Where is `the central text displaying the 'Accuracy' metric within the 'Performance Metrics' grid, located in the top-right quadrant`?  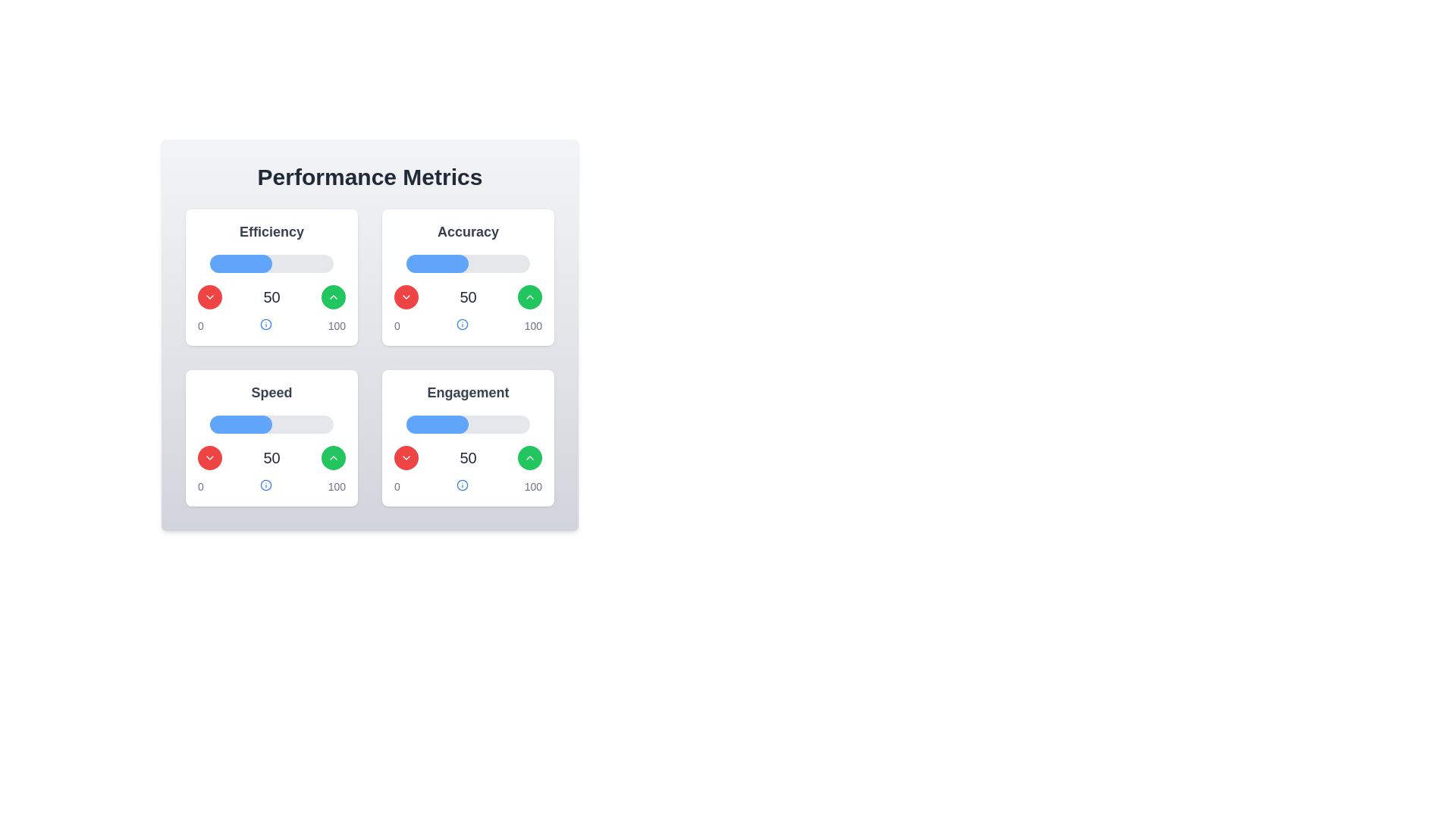
the central text displaying the 'Accuracy' metric within the 'Performance Metrics' grid, located in the top-right quadrant is located at coordinates (467, 297).